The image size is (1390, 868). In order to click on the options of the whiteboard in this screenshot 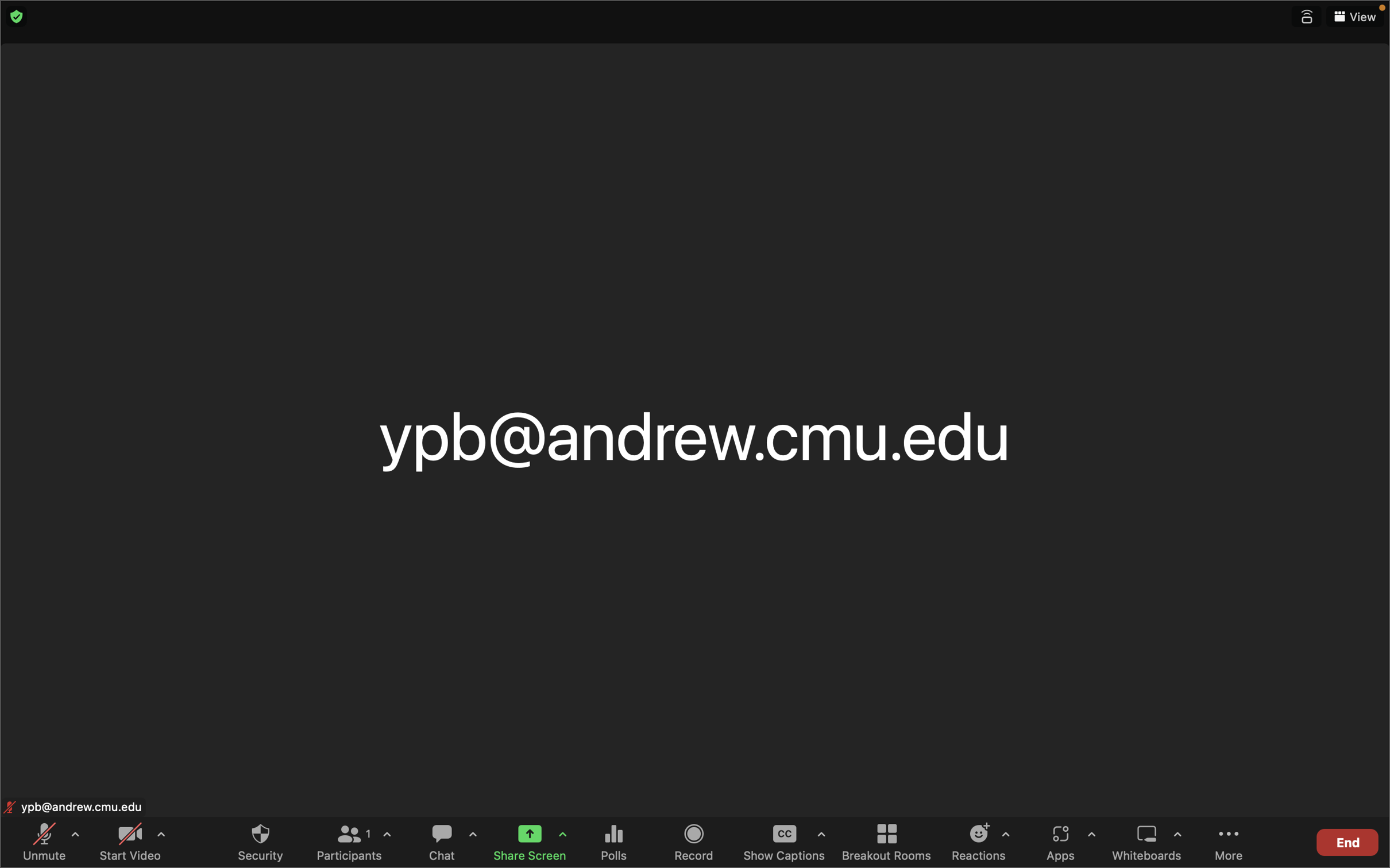, I will do `click(1177, 842)`.